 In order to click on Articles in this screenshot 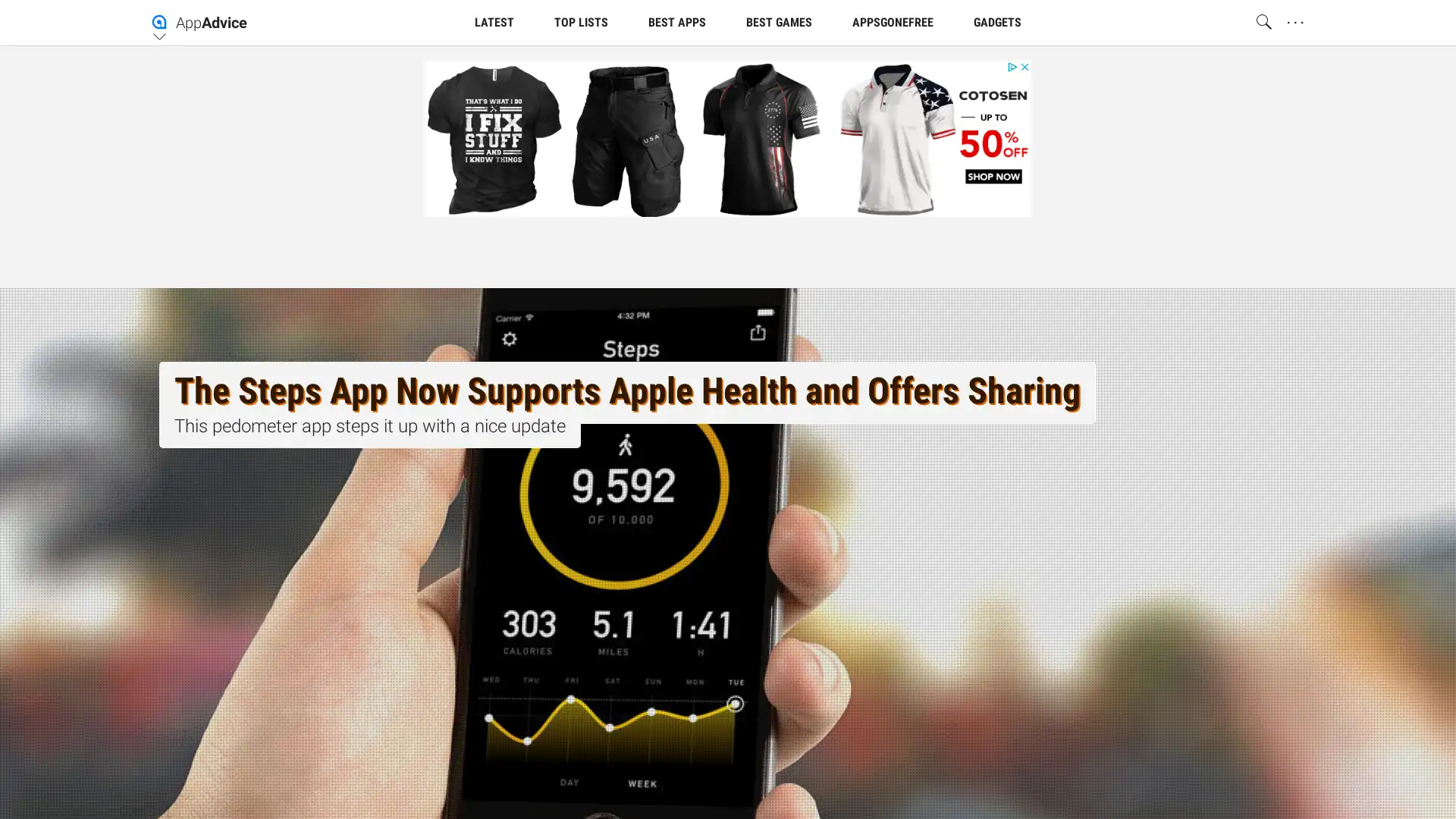, I will do `click(508, 143)`.